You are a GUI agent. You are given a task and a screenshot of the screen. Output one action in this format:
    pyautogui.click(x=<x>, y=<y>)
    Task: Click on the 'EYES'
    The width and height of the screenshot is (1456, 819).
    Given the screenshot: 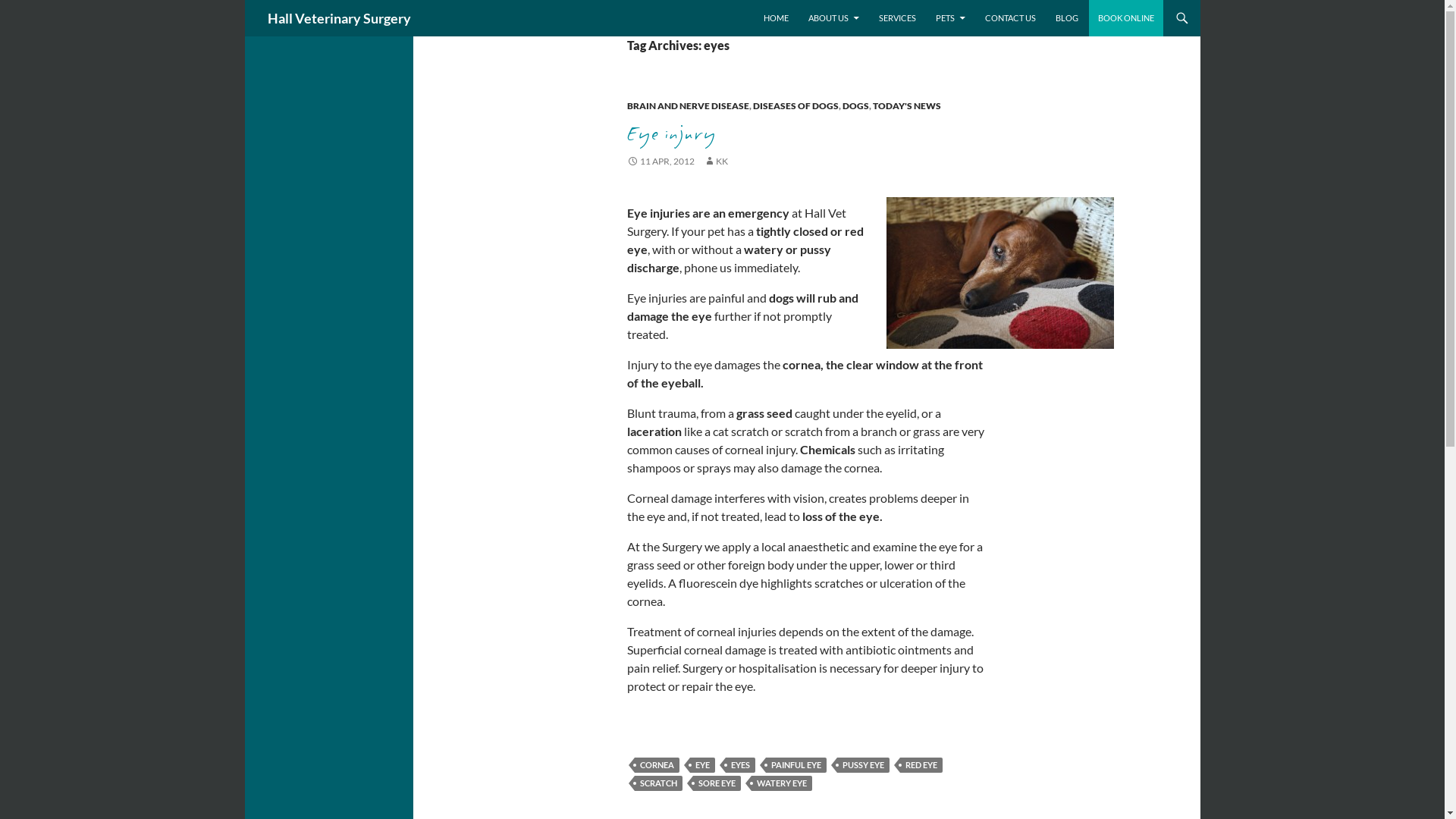 What is the action you would take?
    pyautogui.click(x=739, y=765)
    